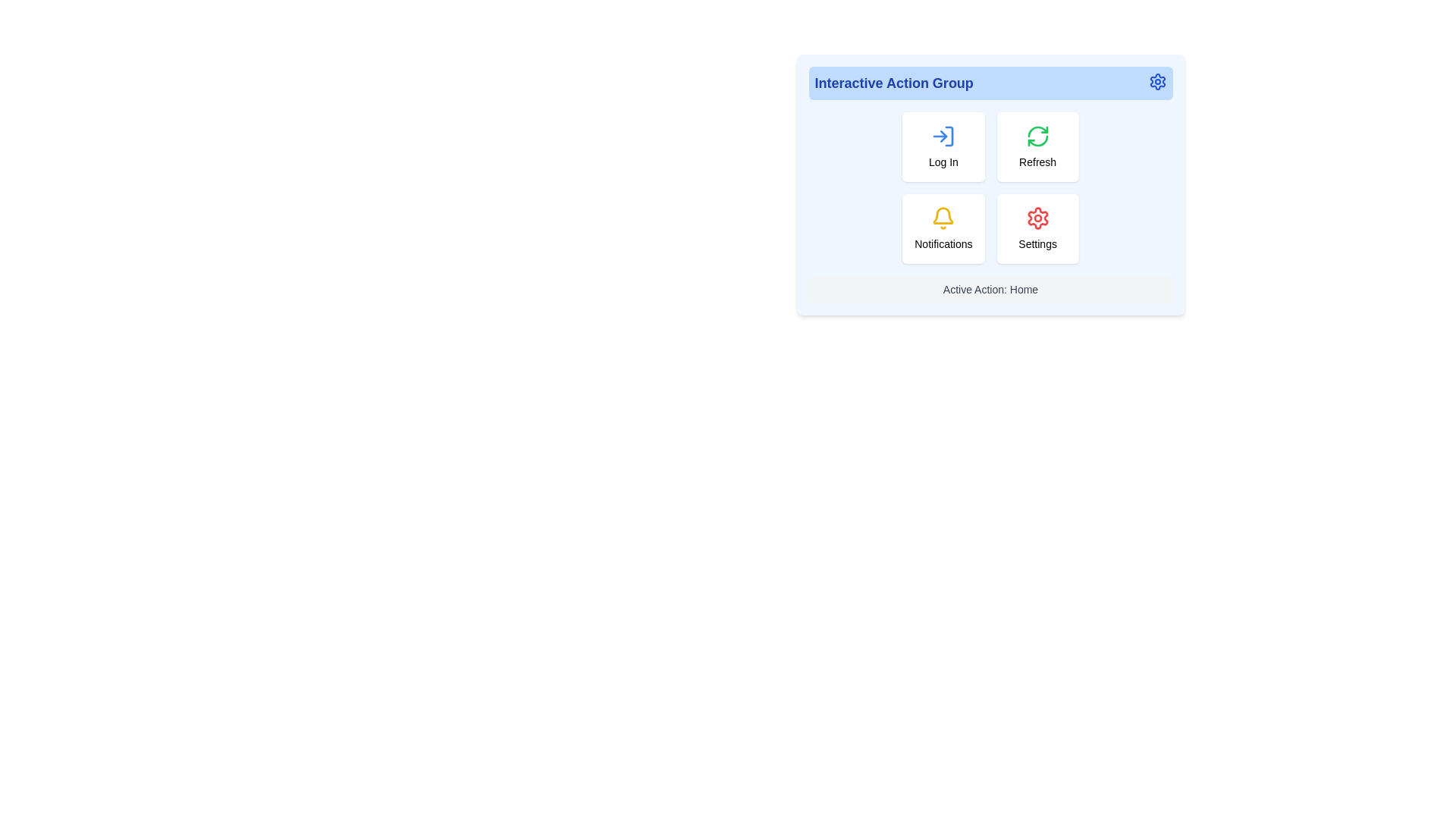 The width and height of the screenshot is (1456, 819). What do you see at coordinates (1037, 146) in the screenshot?
I see `the 'Refresh' button, which features a green circular arrow icon and is located in the top-right position of the grid under 'Interactive Action Group'` at bounding box center [1037, 146].